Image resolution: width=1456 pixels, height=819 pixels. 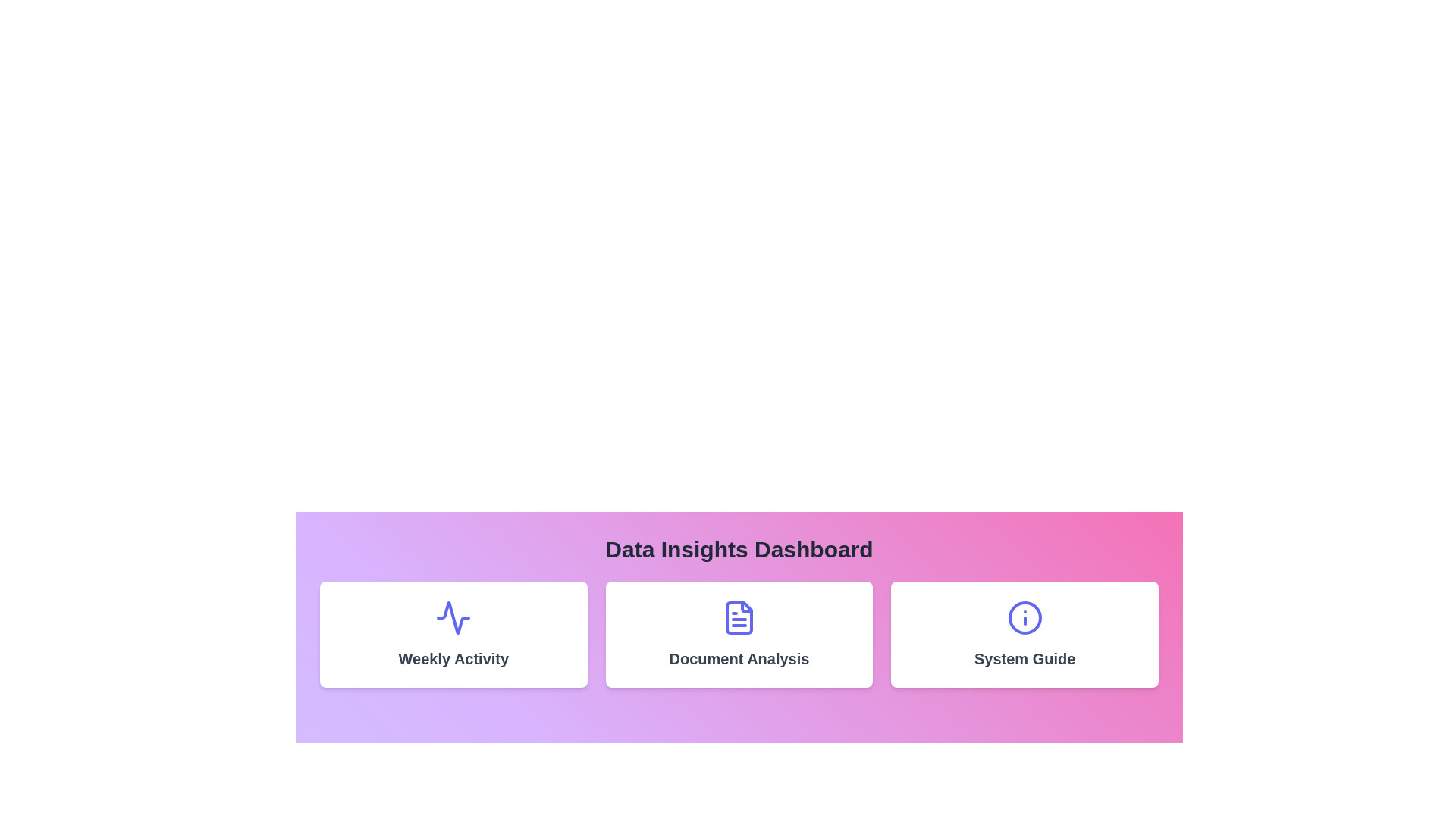 What do you see at coordinates (1025, 617) in the screenshot?
I see `the circular icon with a blue outline and a white background featuring a lowercase 'i' in blue, located within the 'System Guide' card at the bottom right of the layout` at bounding box center [1025, 617].